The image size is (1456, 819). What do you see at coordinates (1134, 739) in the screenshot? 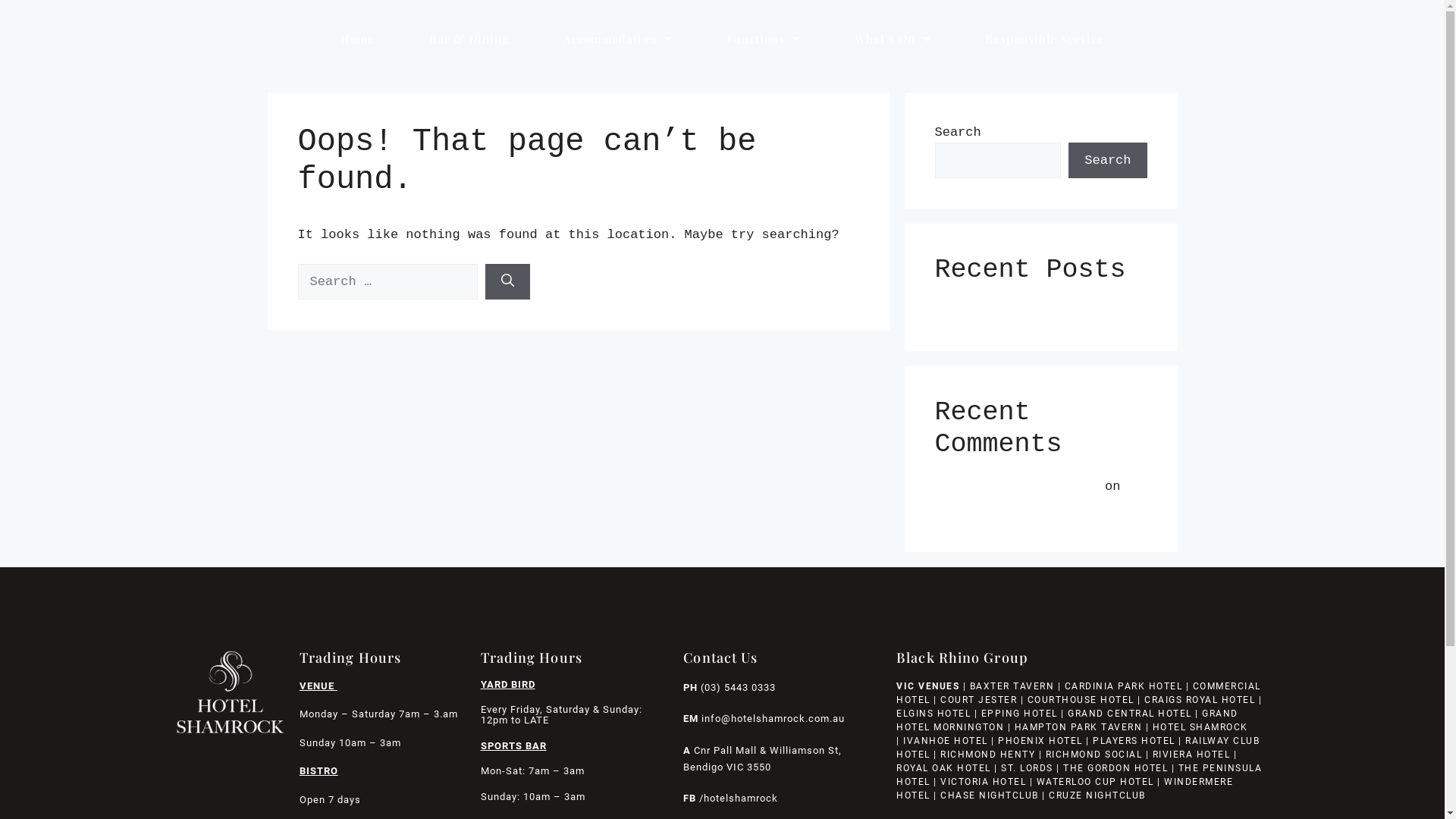
I see `'PLAYERS HOTEL'` at bounding box center [1134, 739].